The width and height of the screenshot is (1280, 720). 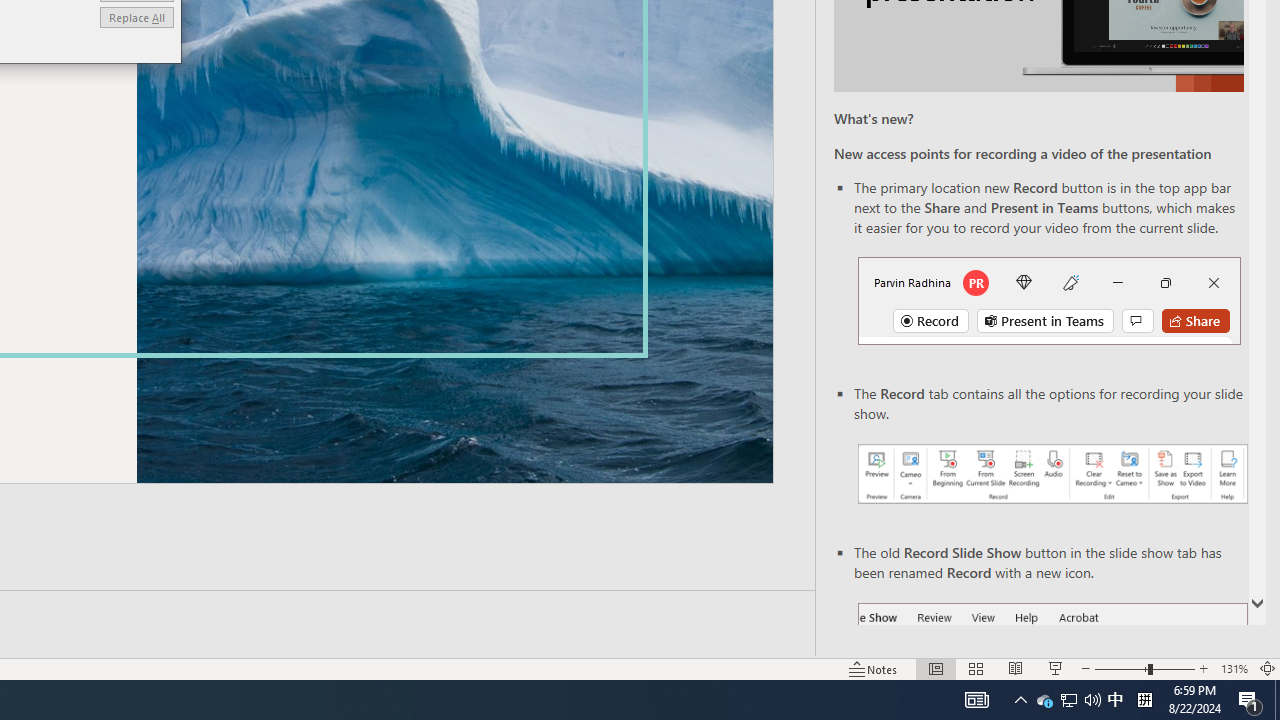 What do you see at coordinates (1250, 698) in the screenshot?
I see `'Action Center, 1 new notification'` at bounding box center [1250, 698].